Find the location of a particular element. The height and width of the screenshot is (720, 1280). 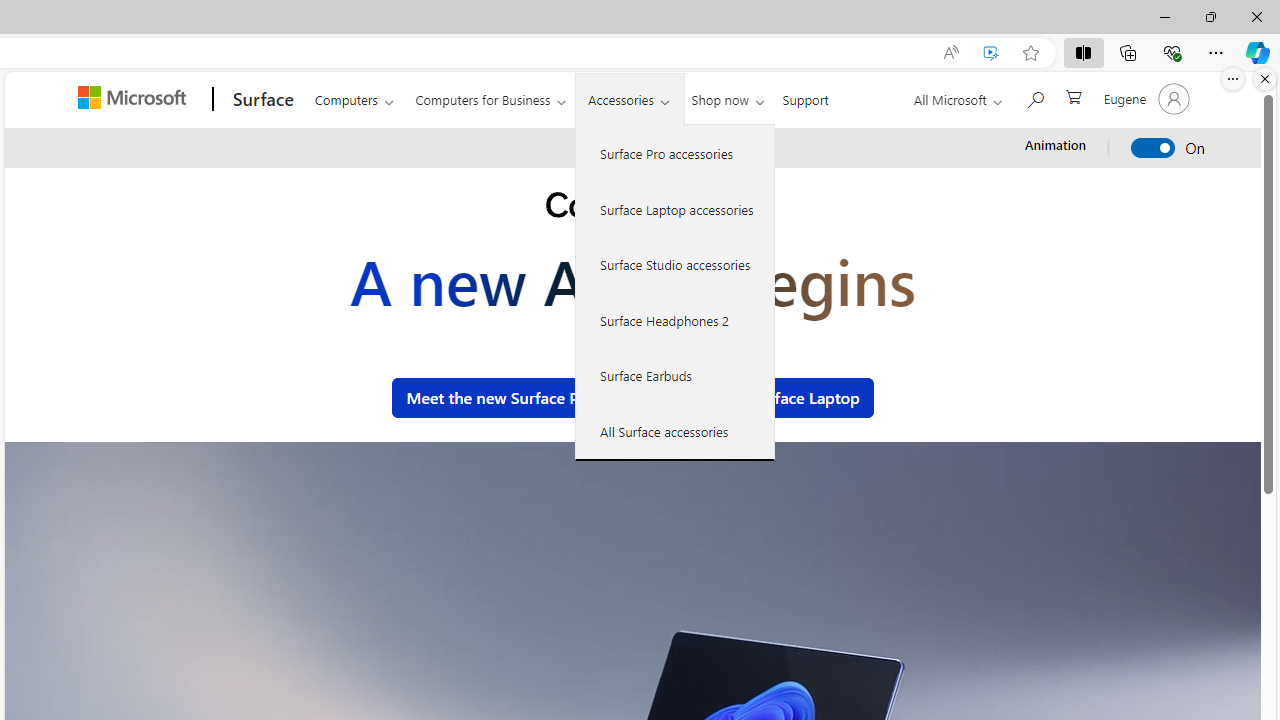

'Account manager for Eugene' is located at coordinates (1144, 99).